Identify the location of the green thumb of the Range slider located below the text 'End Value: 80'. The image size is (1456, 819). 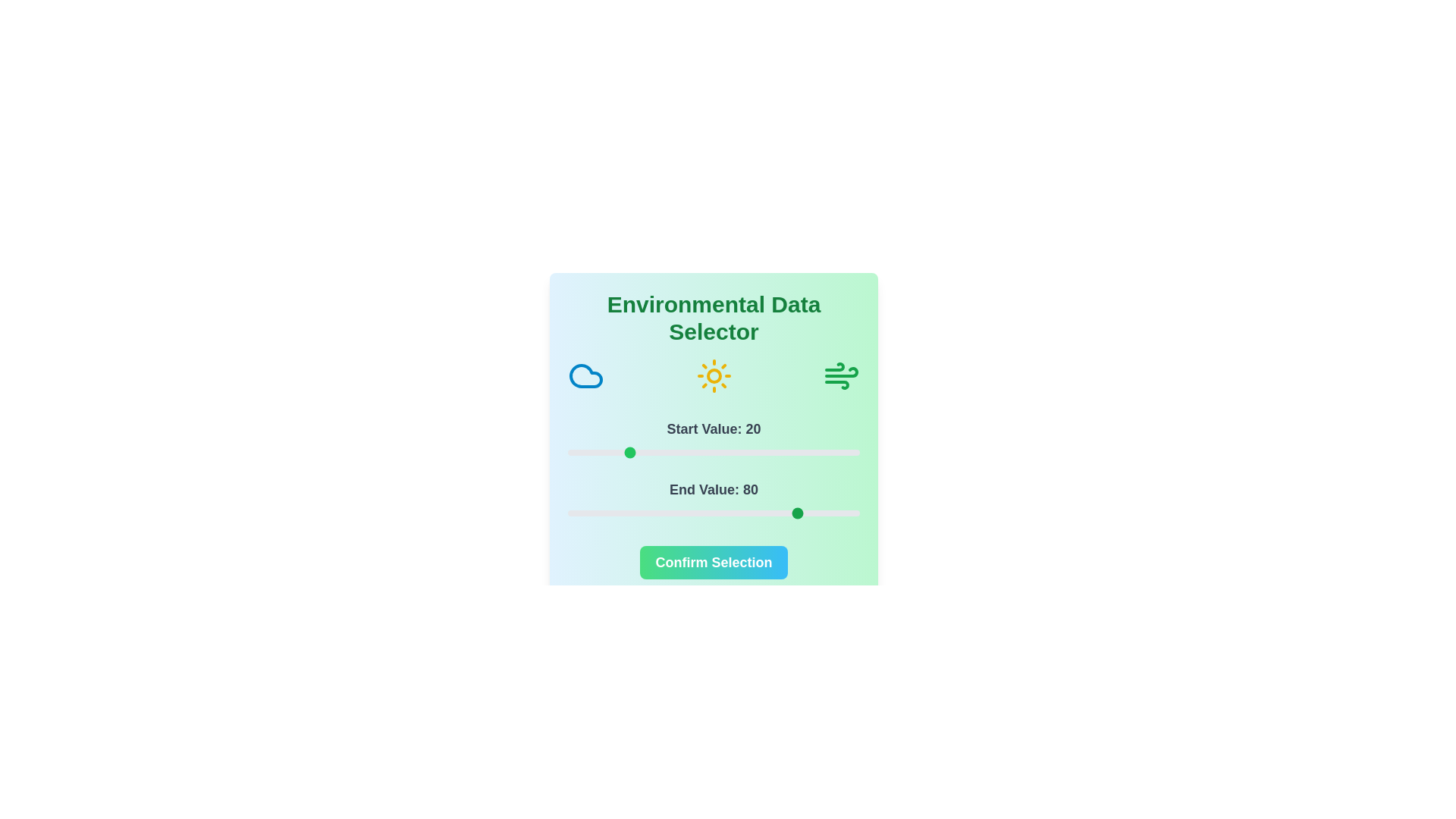
(713, 513).